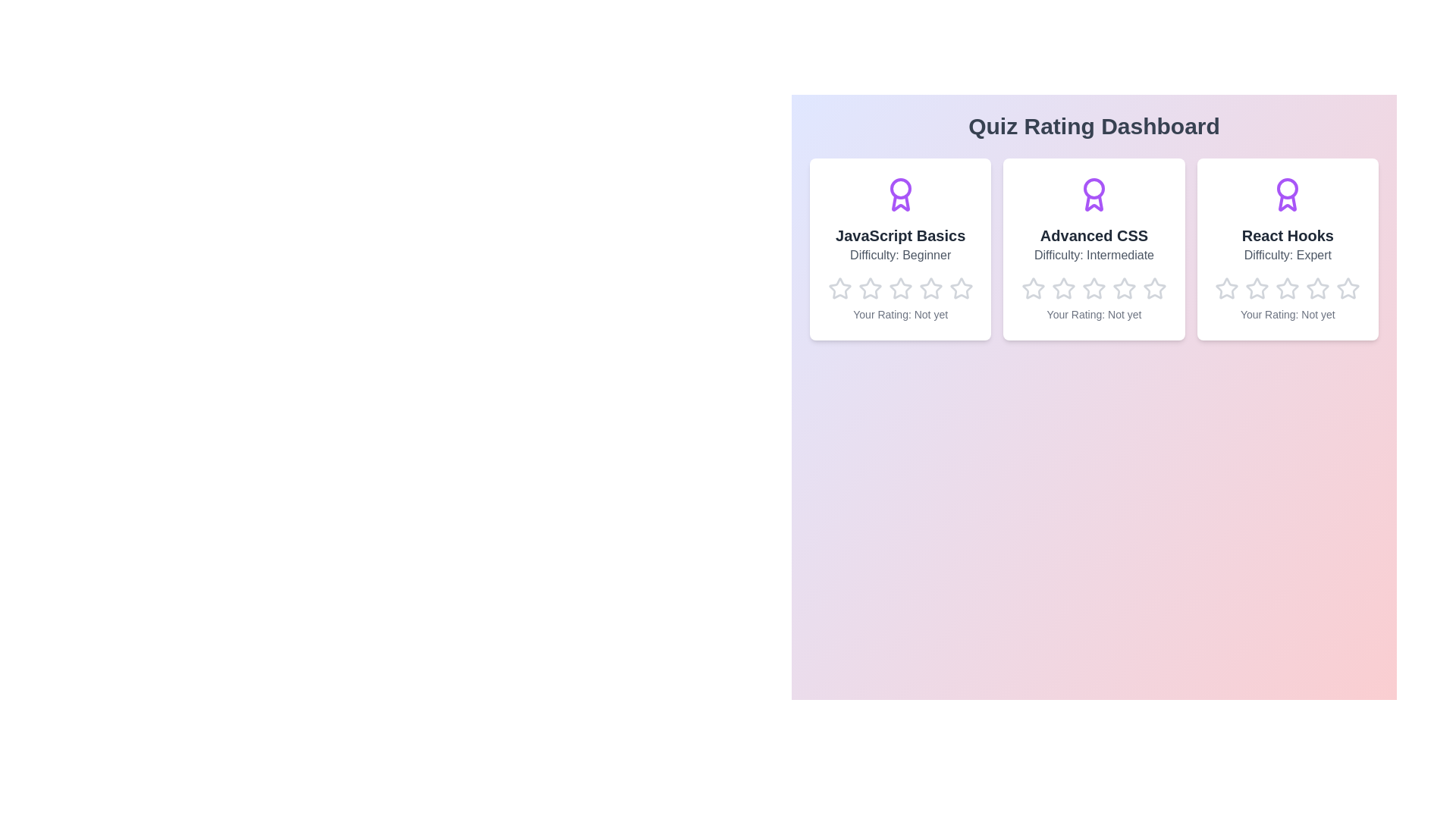 This screenshot has width=1456, height=819. What do you see at coordinates (1112, 277) in the screenshot?
I see `the star corresponding to the rating 4 for the quiz Advanced CSS` at bounding box center [1112, 277].